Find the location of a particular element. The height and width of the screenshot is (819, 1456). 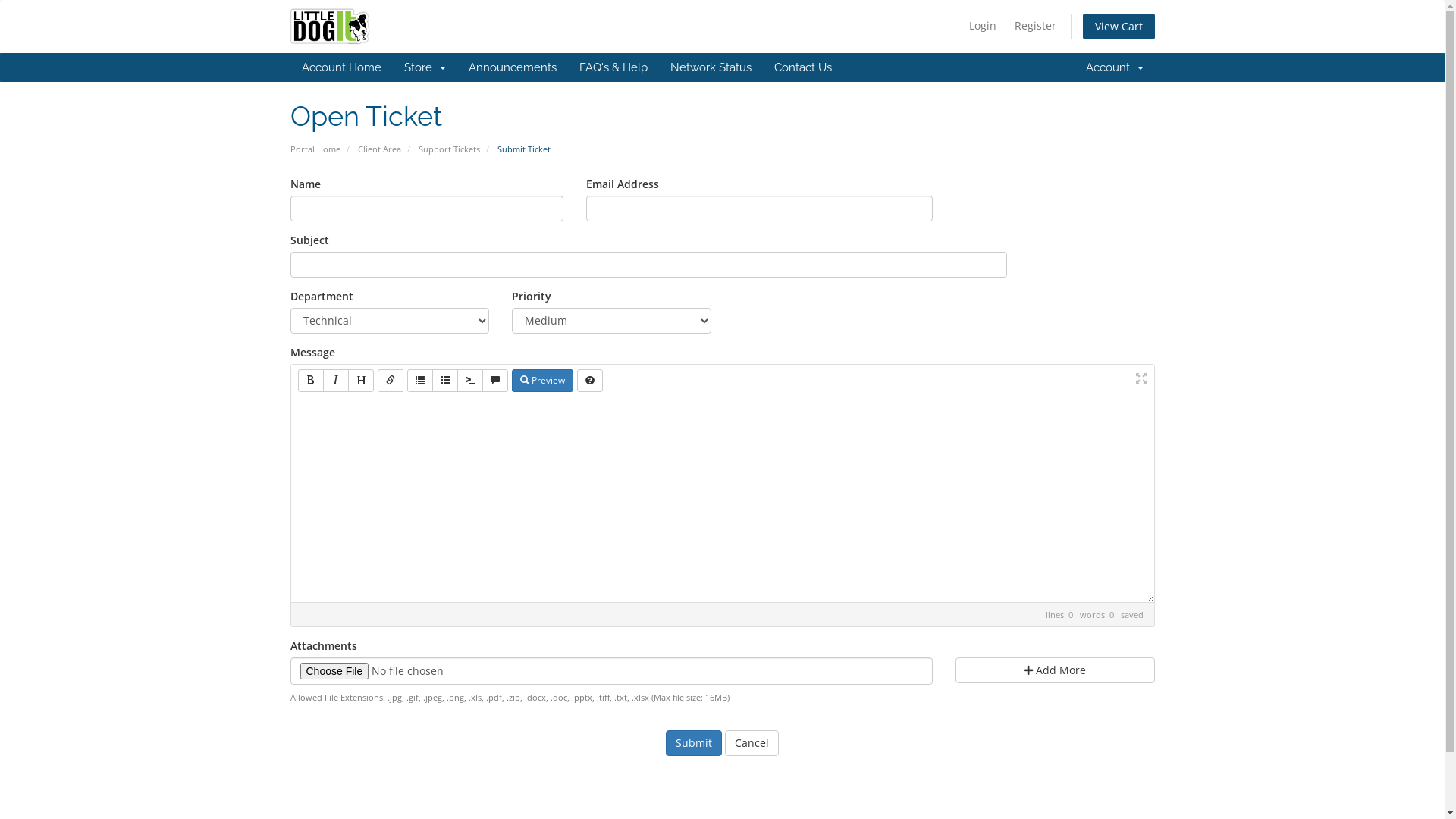

'Cancel' is located at coordinates (752, 742).